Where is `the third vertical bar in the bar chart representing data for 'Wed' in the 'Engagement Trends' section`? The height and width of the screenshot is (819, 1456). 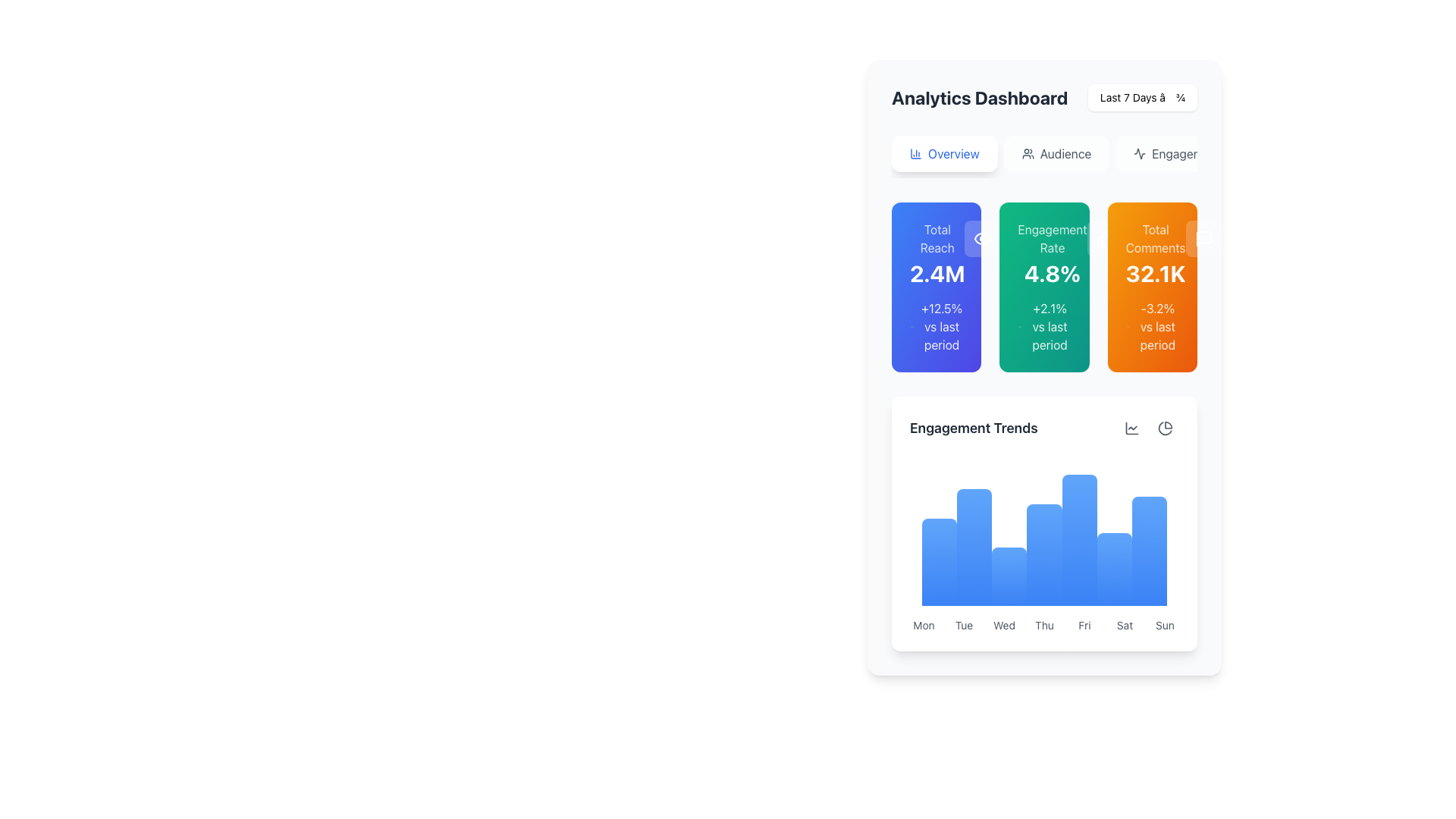
the third vertical bar in the bar chart representing data for 'Wed' in the 'Engagement Trends' section is located at coordinates (1009, 576).